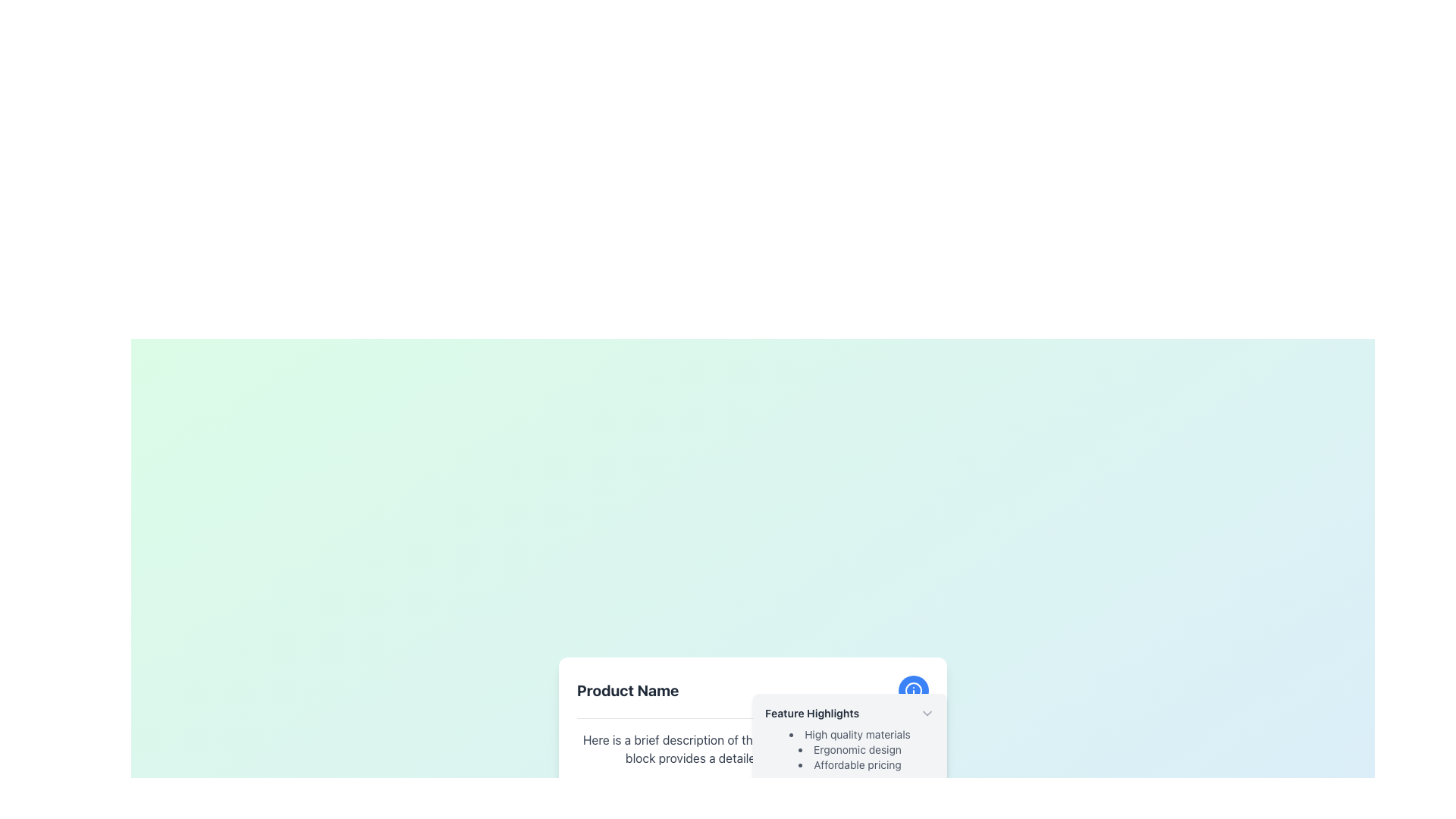 The image size is (1456, 819). I want to click on textual content of the unordered list element that contains 'High quality materials,' 'Ergonomic design,' and 'Affordable pricing.' This list is styled with a small gray font and is located beneath the text 'Feature Highlights.', so click(850, 748).